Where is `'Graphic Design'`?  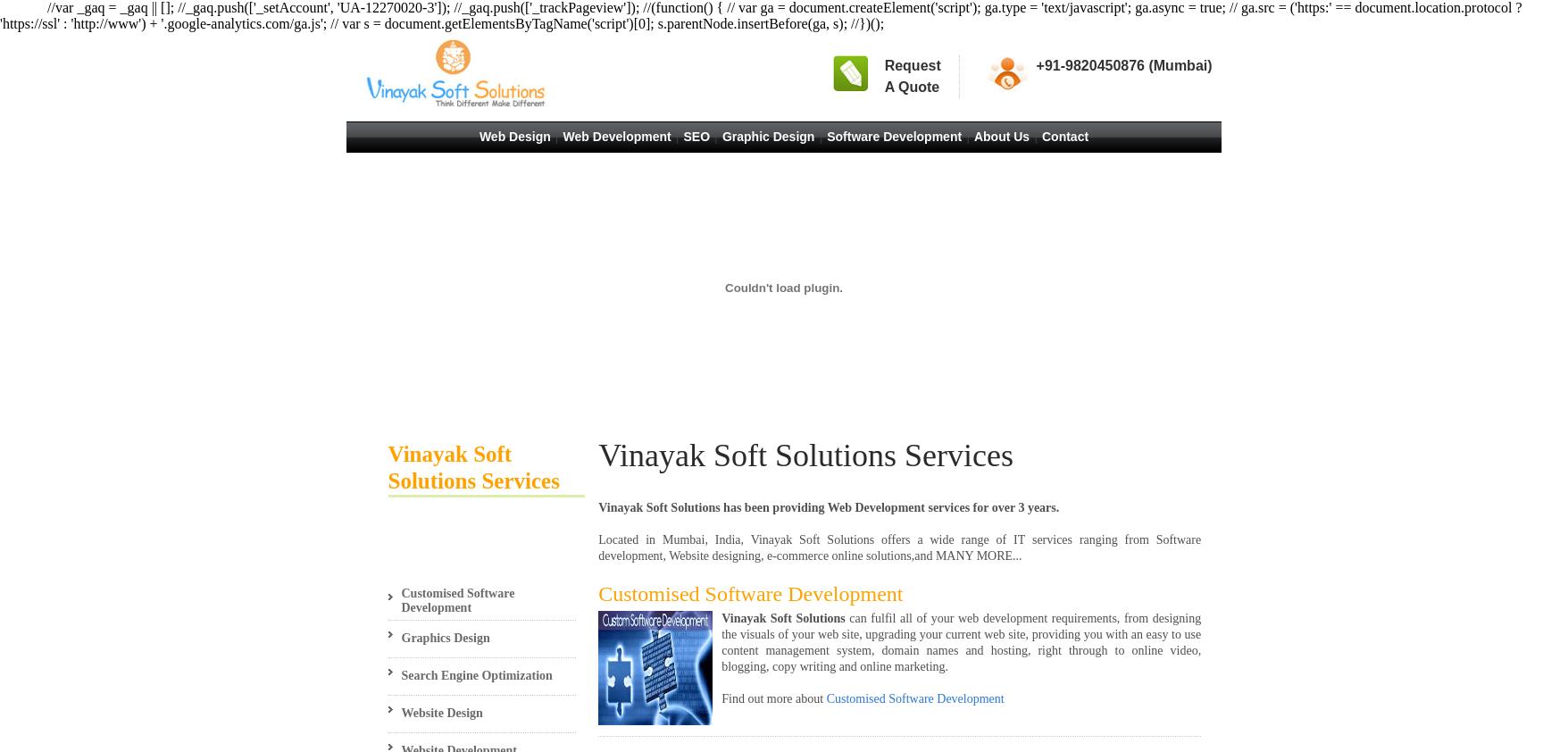
'Graphic Design' is located at coordinates (766, 134).